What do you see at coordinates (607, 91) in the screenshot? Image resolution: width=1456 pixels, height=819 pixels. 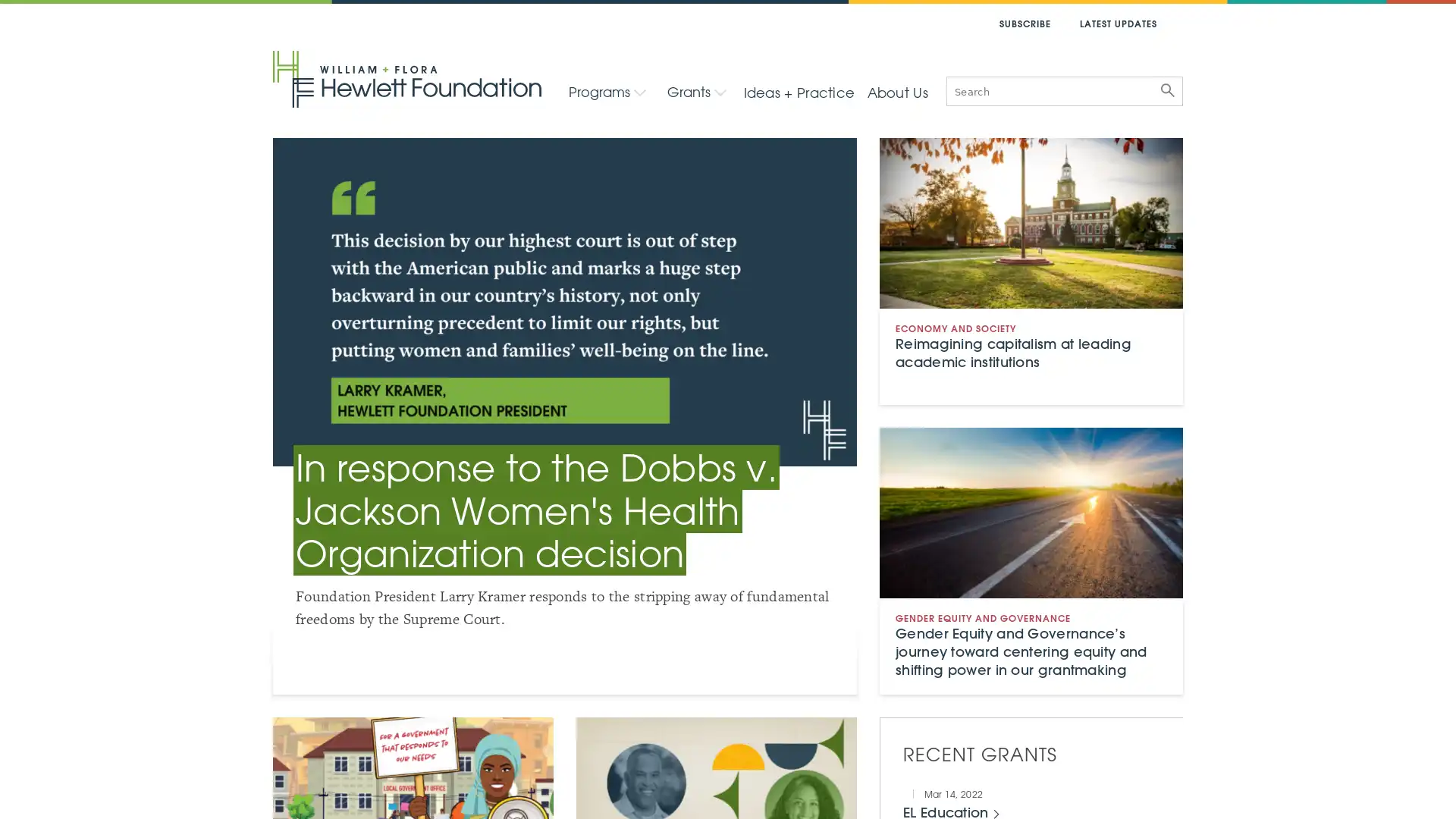 I see `Programs` at bounding box center [607, 91].